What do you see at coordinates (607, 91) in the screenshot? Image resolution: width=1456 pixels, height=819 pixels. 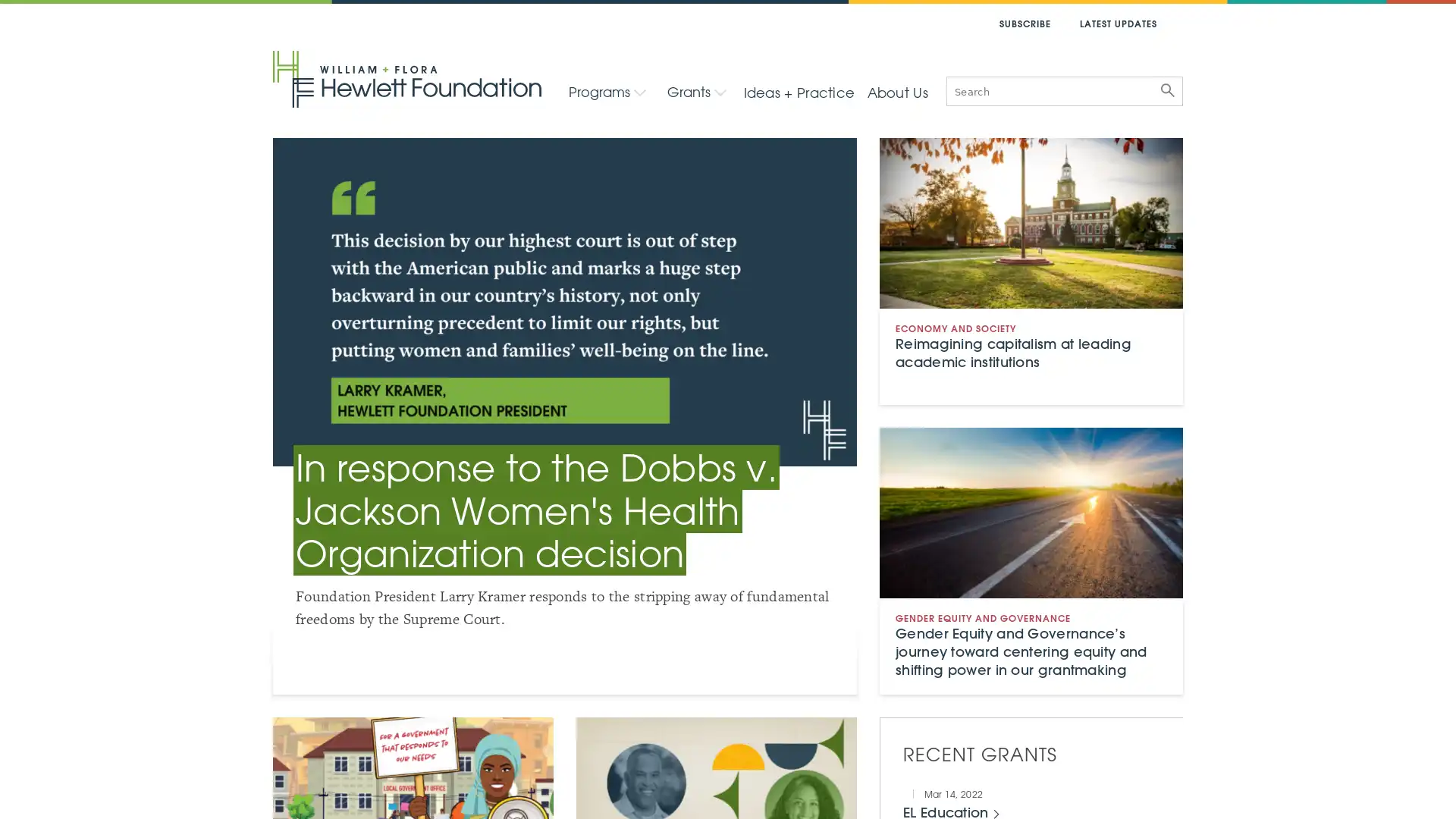 I see `Programs` at bounding box center [607, 91].